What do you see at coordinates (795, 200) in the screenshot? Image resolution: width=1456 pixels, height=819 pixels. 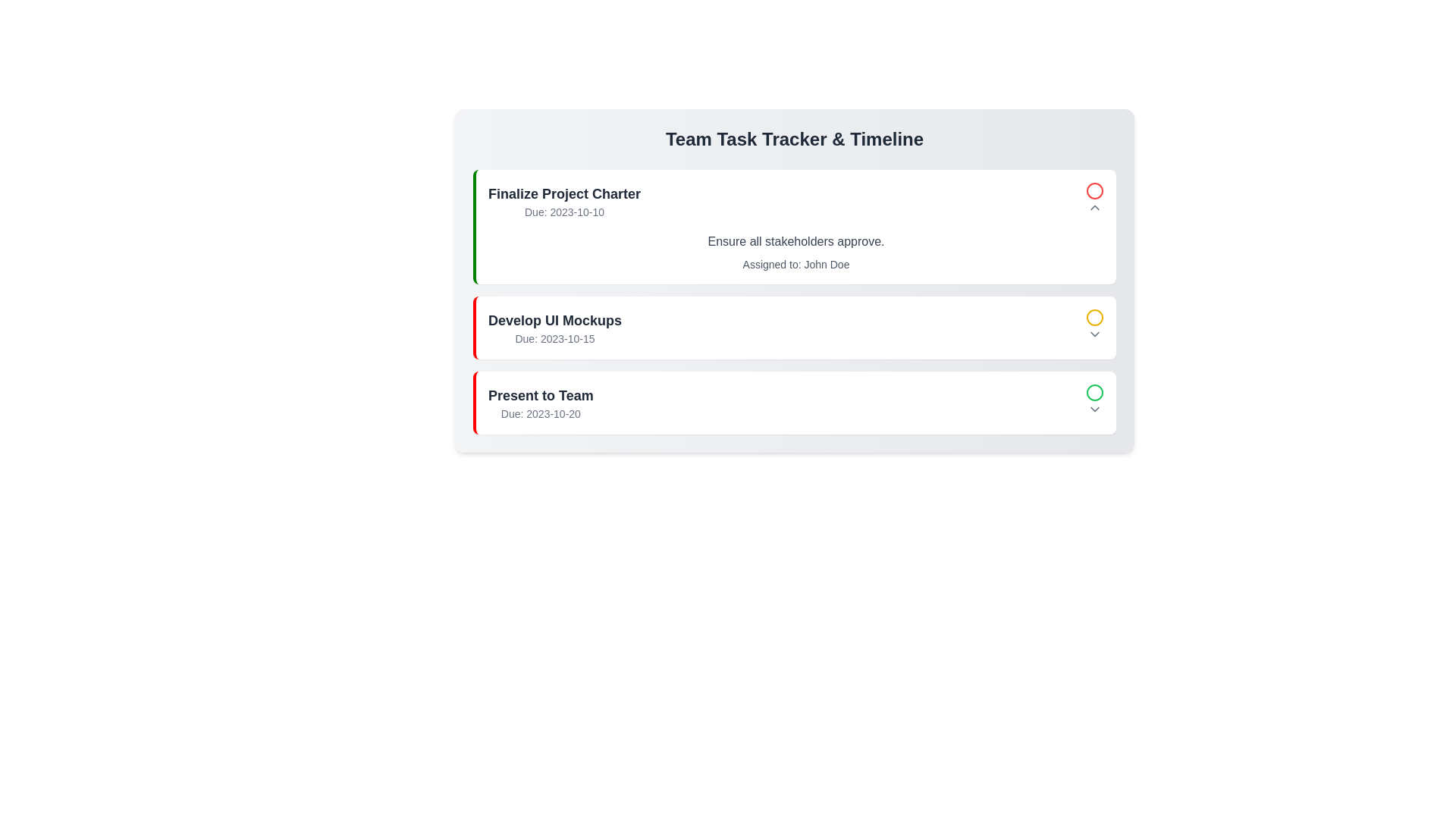 I see `the task titled 'Finalize Project Charter' with the deadline '2023-10-10'` at bounding box center [795, 200].